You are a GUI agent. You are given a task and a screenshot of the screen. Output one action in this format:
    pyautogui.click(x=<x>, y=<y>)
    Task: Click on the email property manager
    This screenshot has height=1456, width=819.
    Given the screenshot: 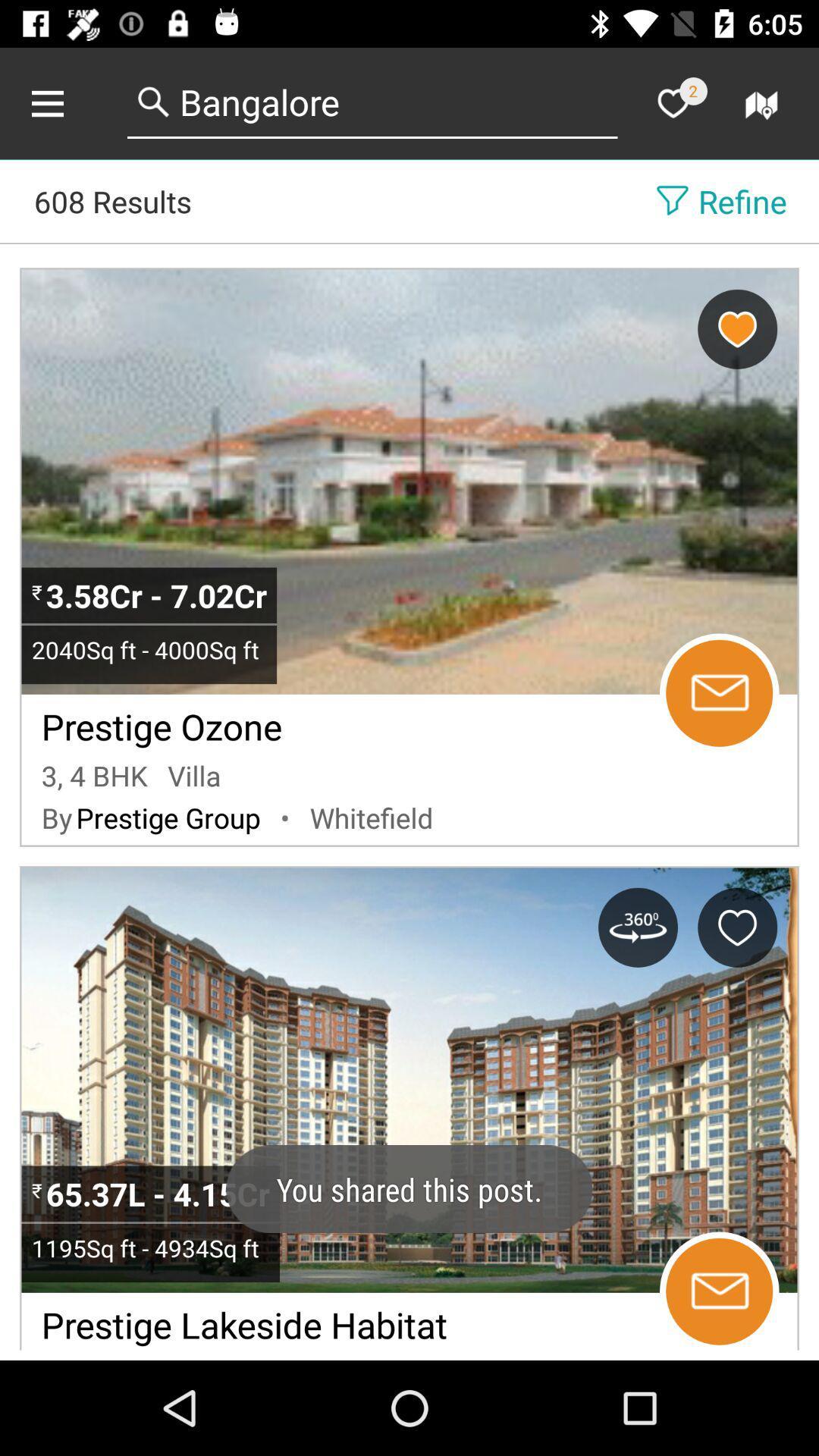 What is the action you would take?
    pyautogui.click(x=718, y=1291)
    